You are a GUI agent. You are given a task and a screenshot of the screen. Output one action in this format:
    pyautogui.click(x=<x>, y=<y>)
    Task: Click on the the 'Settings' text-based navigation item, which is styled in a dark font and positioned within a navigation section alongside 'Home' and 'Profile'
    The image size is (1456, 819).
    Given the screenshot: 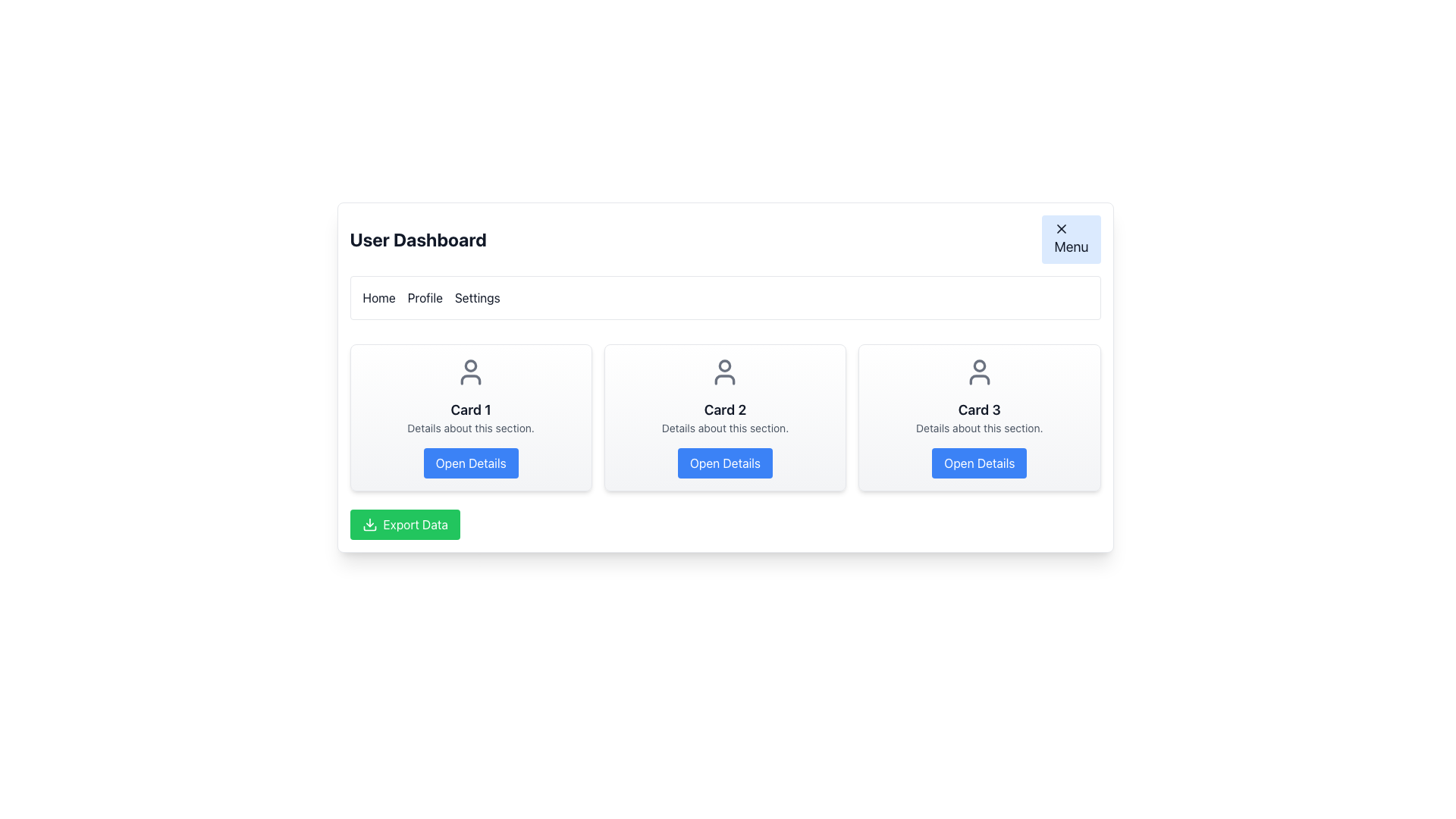 What is the action you would take?
    pyautogui.click(x=476, y=298)
    